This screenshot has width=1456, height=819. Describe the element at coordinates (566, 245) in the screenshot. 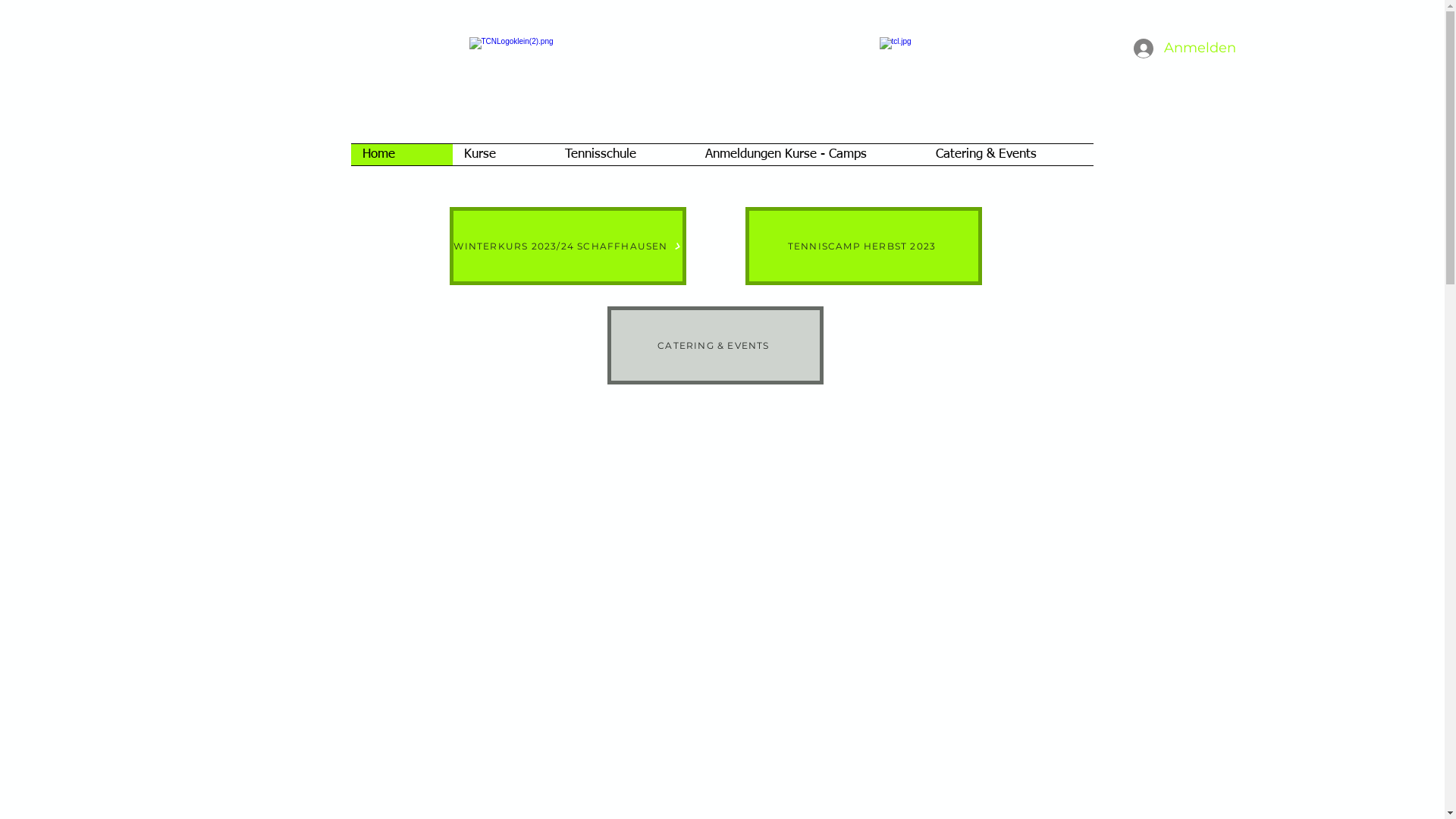

I see `'WINTERKURS 2023/24 SCHAFFHAUSEN'` at that location.